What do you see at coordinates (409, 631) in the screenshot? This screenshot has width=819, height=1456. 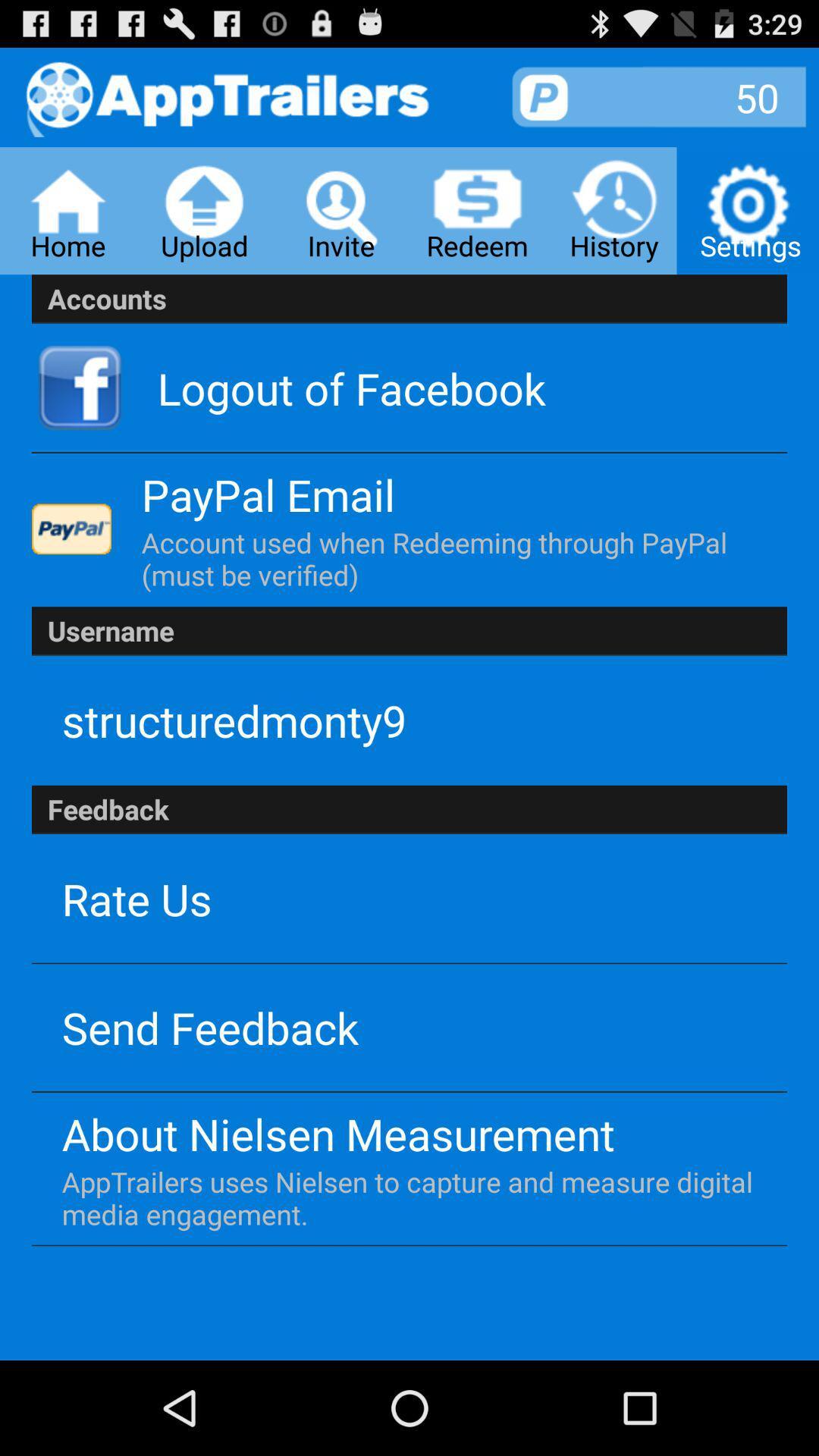 I see `item above structuredmonty9 item` at bounding box center [409, 631].